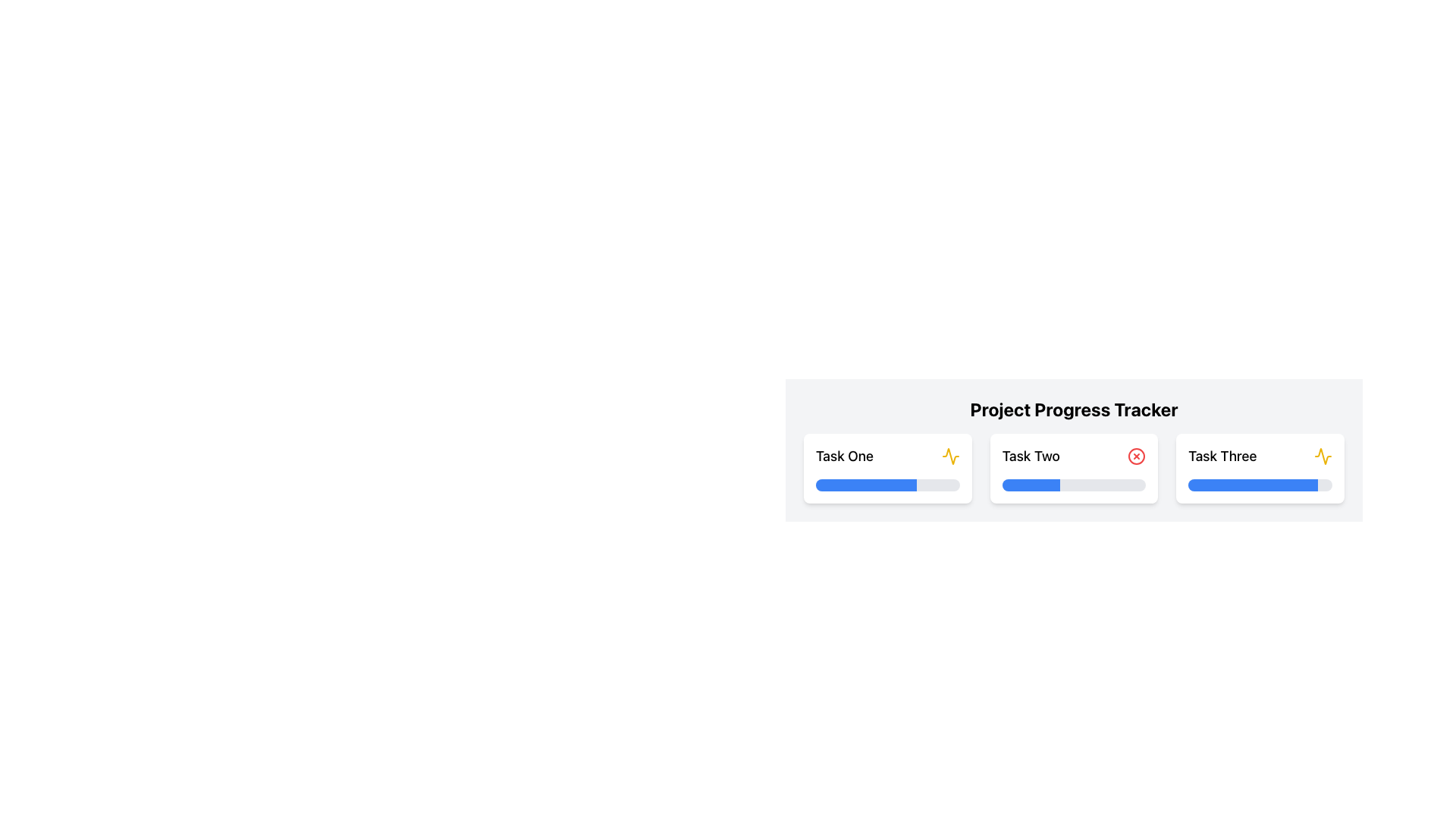 Image resolution: width=1456 pixels, height=819 pixels. I want to click on the error icon located on the right side of the 'Task Two' card in the 'Project Progress Tracker' section, so click(1137, 455).